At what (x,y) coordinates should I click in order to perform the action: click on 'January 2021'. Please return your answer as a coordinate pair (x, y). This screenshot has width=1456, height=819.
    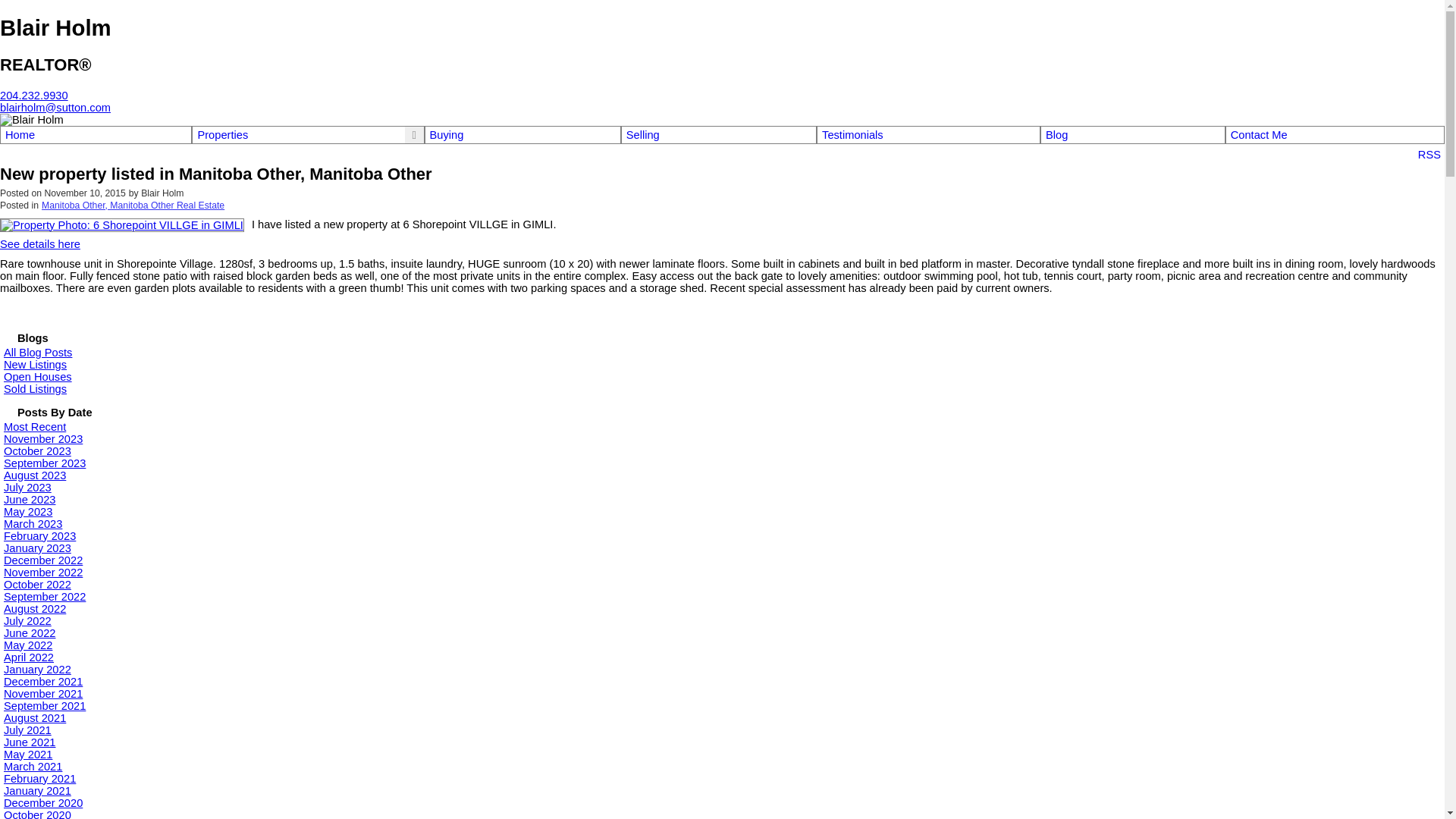
    Looking at the image, I should click on (37, 789).